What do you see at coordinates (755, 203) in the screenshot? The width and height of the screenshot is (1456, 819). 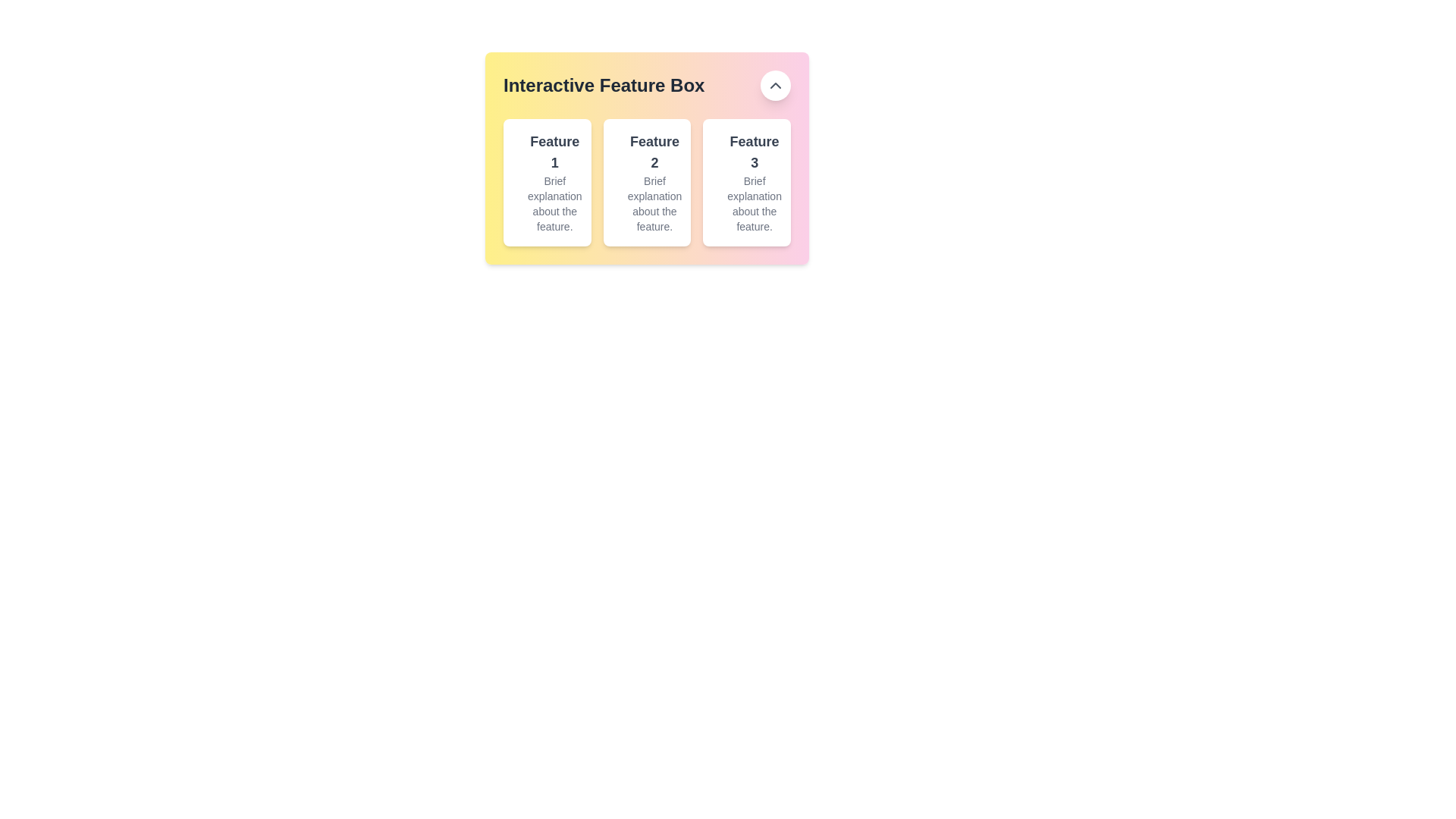 I see `the informational text that provides additional information about 'Feature 3', which is located within the box labeled 'Feature 3'` at bounding box center [755, 203].